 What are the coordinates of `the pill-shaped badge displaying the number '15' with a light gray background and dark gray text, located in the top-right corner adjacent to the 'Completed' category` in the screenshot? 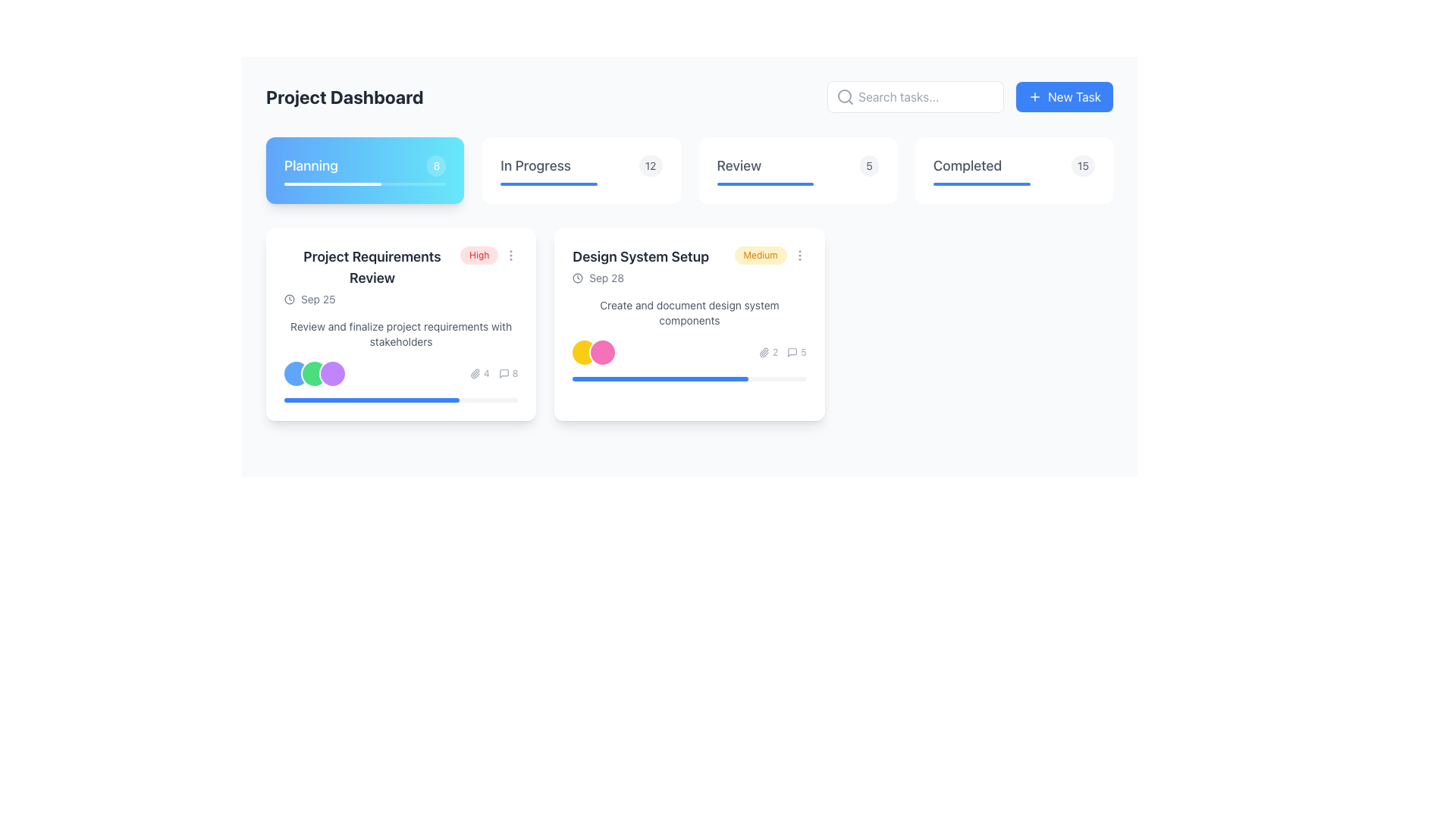 It's located at (1082, 166).